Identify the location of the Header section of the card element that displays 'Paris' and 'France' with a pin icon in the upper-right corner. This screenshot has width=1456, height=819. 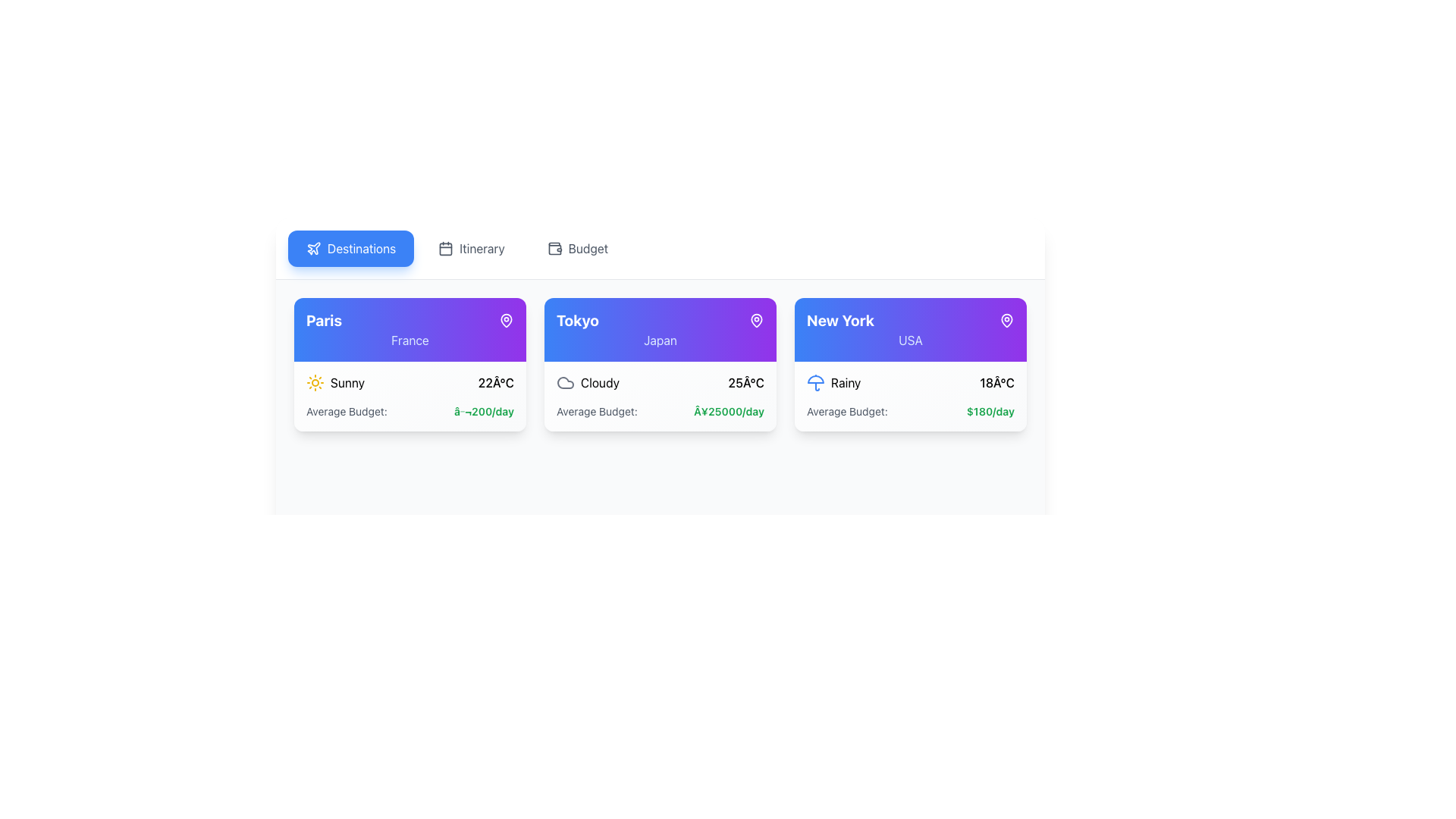
(410, 329).